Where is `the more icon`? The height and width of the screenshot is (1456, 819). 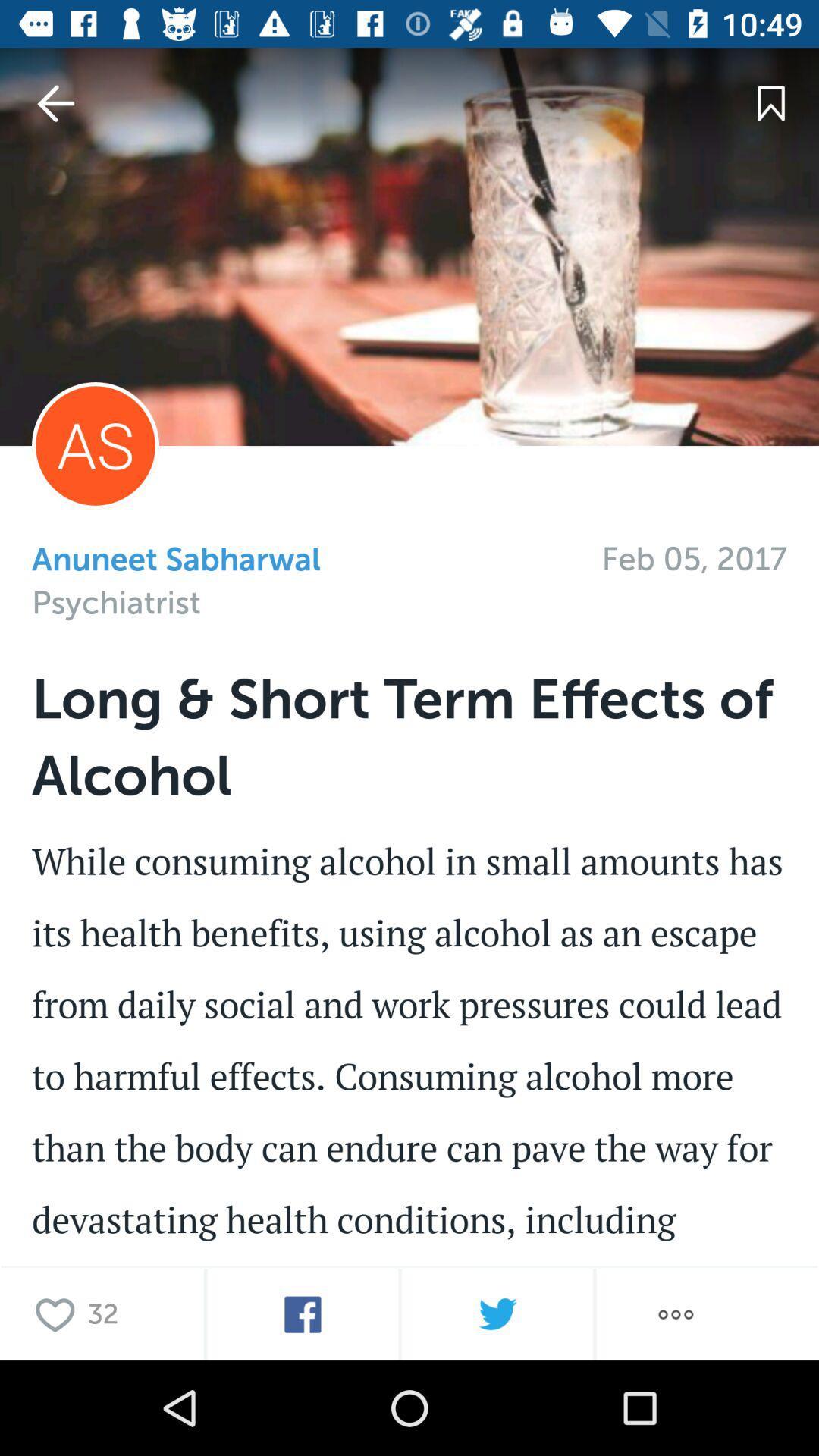 the more icon is located at coordinates (675, 1313).